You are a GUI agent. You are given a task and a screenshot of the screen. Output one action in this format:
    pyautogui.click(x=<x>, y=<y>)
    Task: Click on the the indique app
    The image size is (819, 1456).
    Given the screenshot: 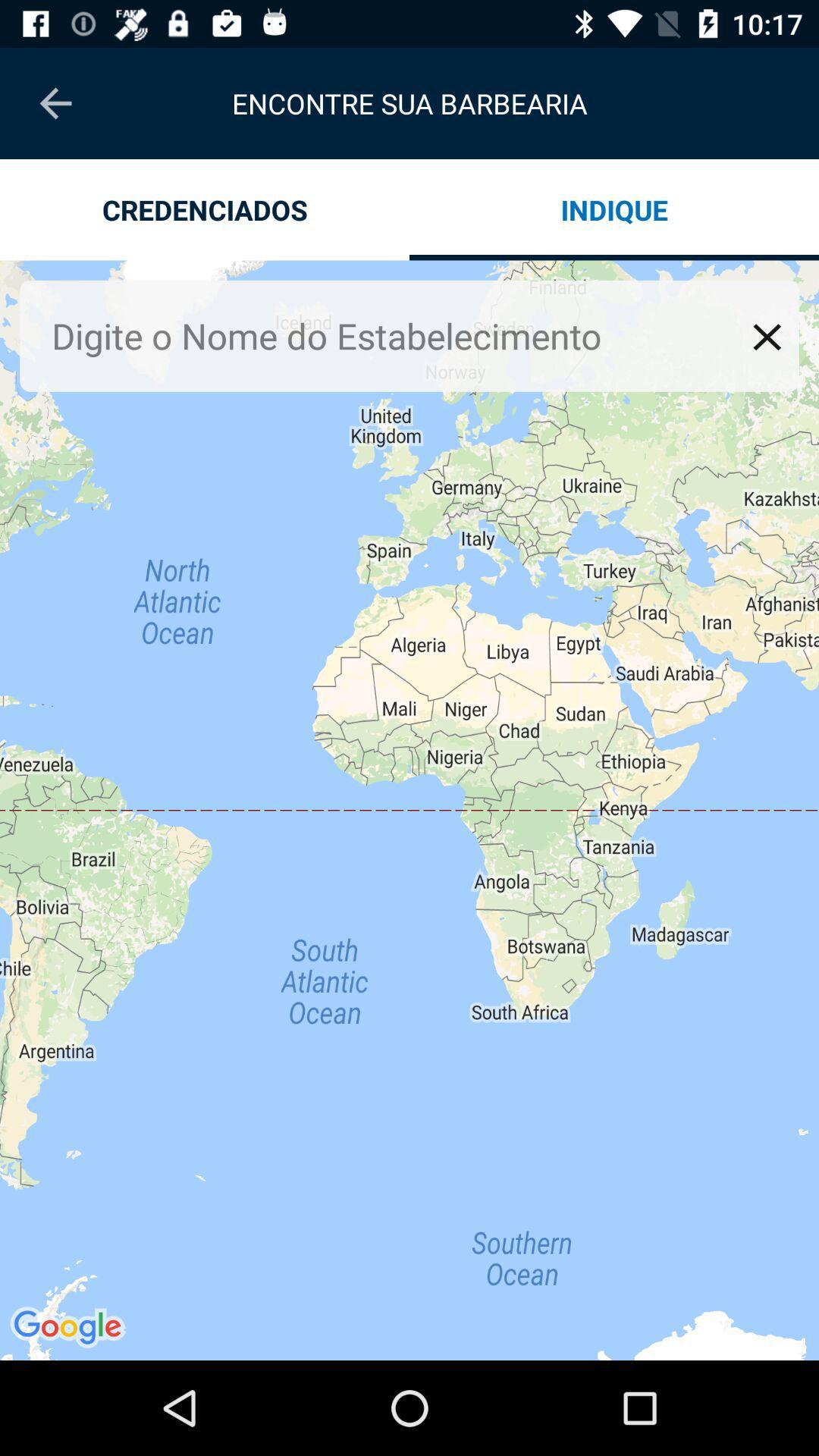 What is the action you would take?
    pyautogui.click(x=614, y=209)
    